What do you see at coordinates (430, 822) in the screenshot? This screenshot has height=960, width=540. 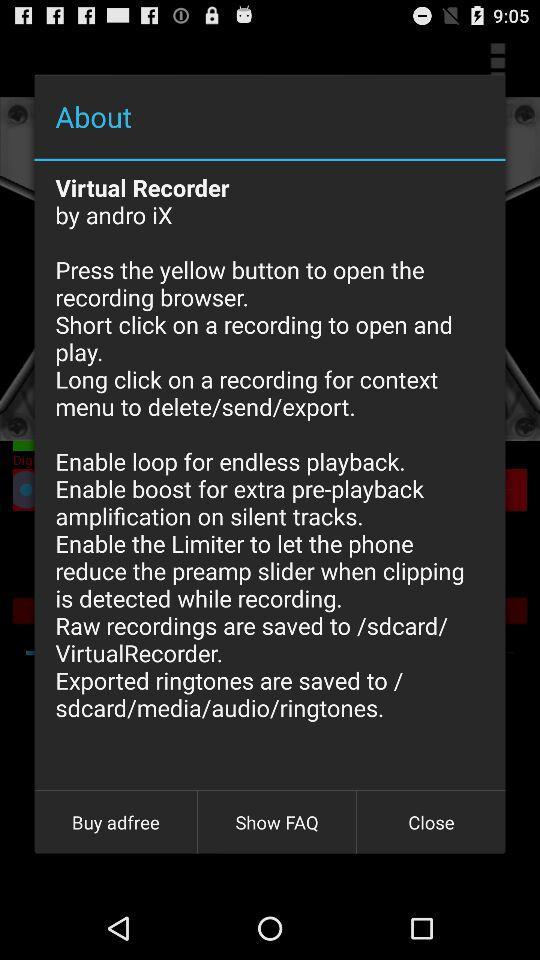 I see `close at the bottom right corner` at bounding box center [430, 822].